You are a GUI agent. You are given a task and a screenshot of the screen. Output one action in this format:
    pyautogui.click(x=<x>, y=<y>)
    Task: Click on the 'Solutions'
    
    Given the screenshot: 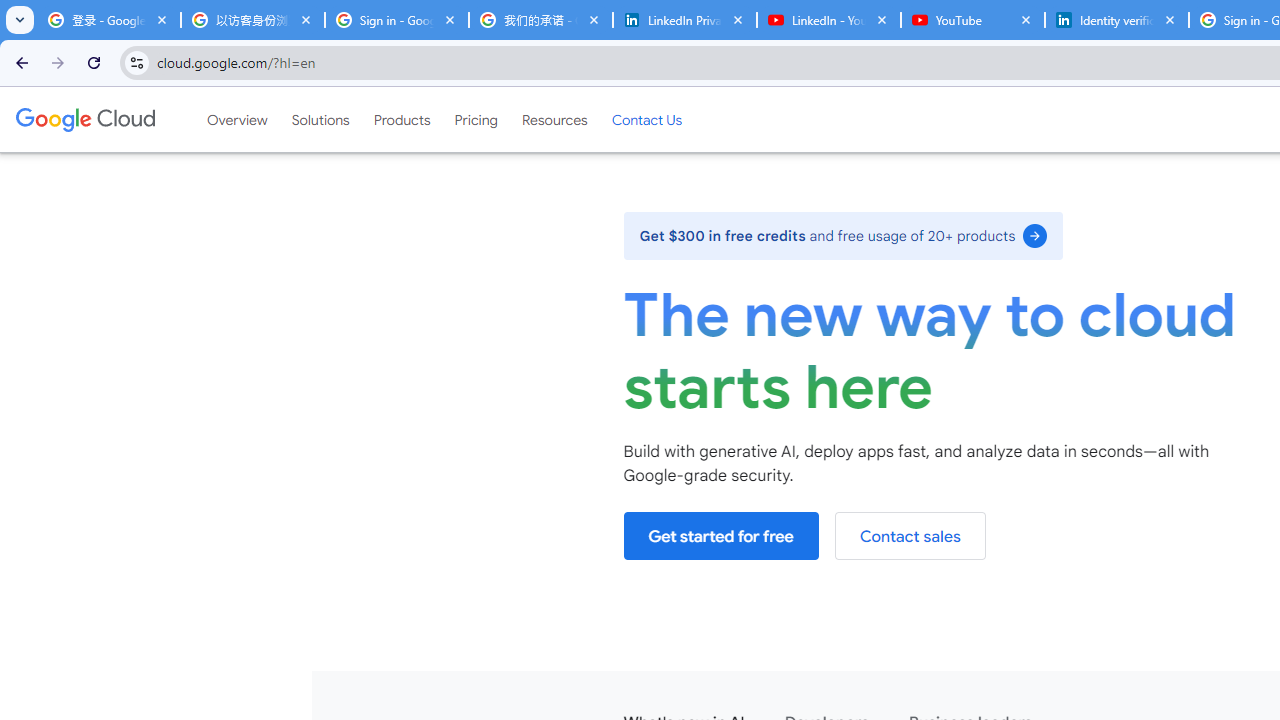 What is the action you would take?
    pyautogui.click(x=320, y=119)
    